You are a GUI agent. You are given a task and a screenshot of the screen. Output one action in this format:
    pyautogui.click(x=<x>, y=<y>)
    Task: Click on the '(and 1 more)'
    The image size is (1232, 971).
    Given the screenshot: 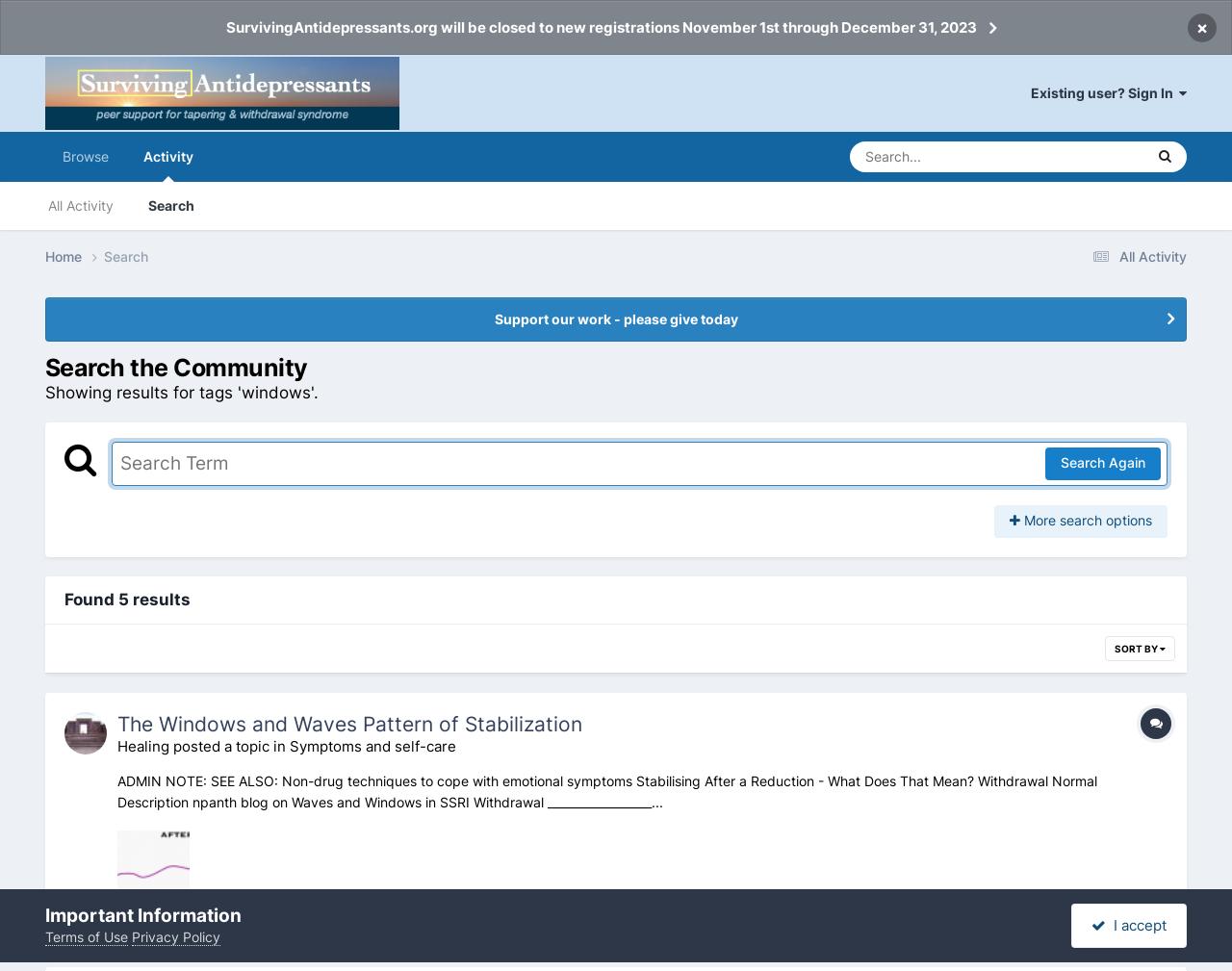 What is the action you would take?
    pyautogui.click(x=565, y=926)
    